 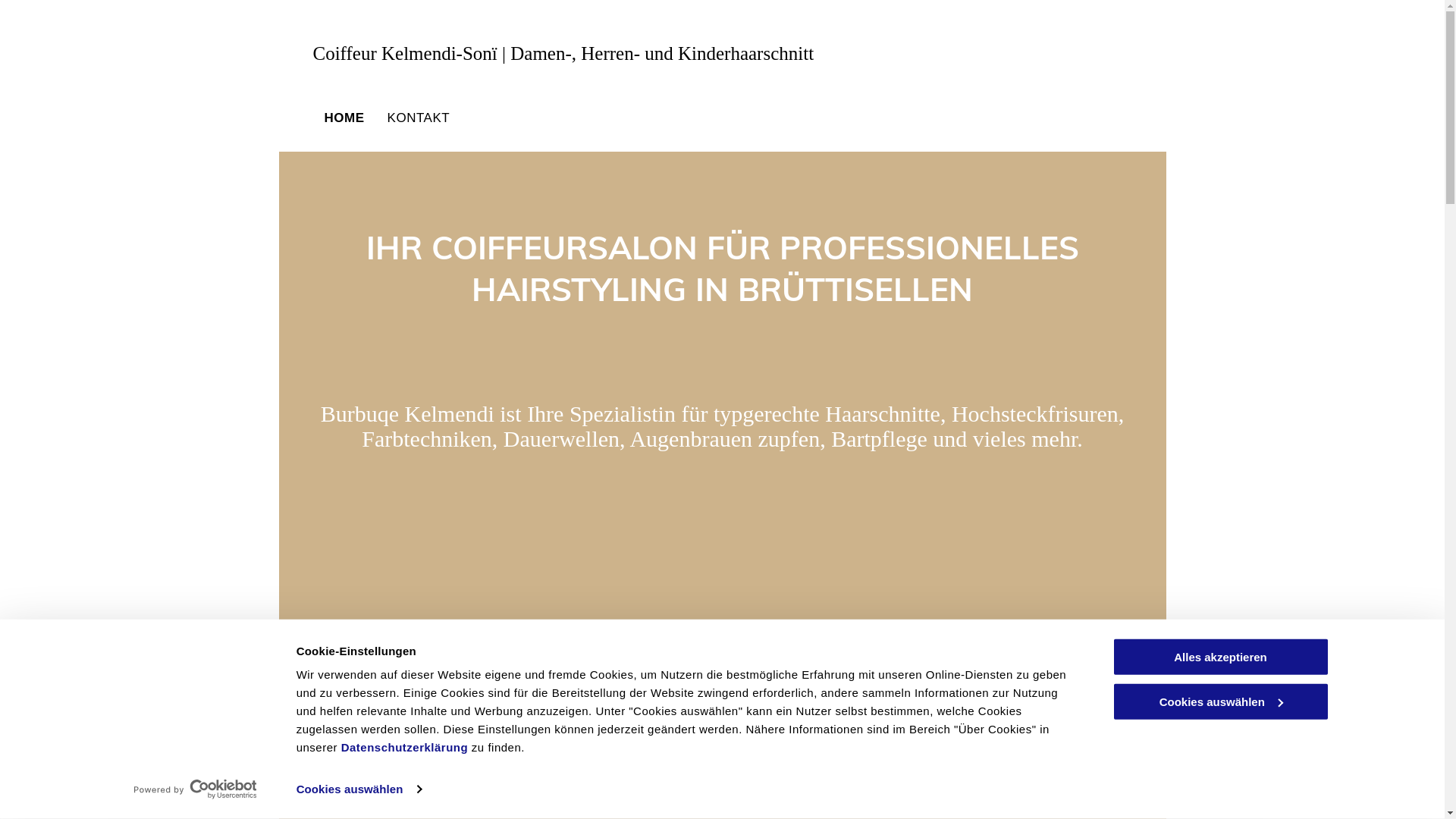 What do you see at coordinates (1219, 656) in the screenshot?
I see `'Alles akzeptieren'` at bounding box center [1219, 656].